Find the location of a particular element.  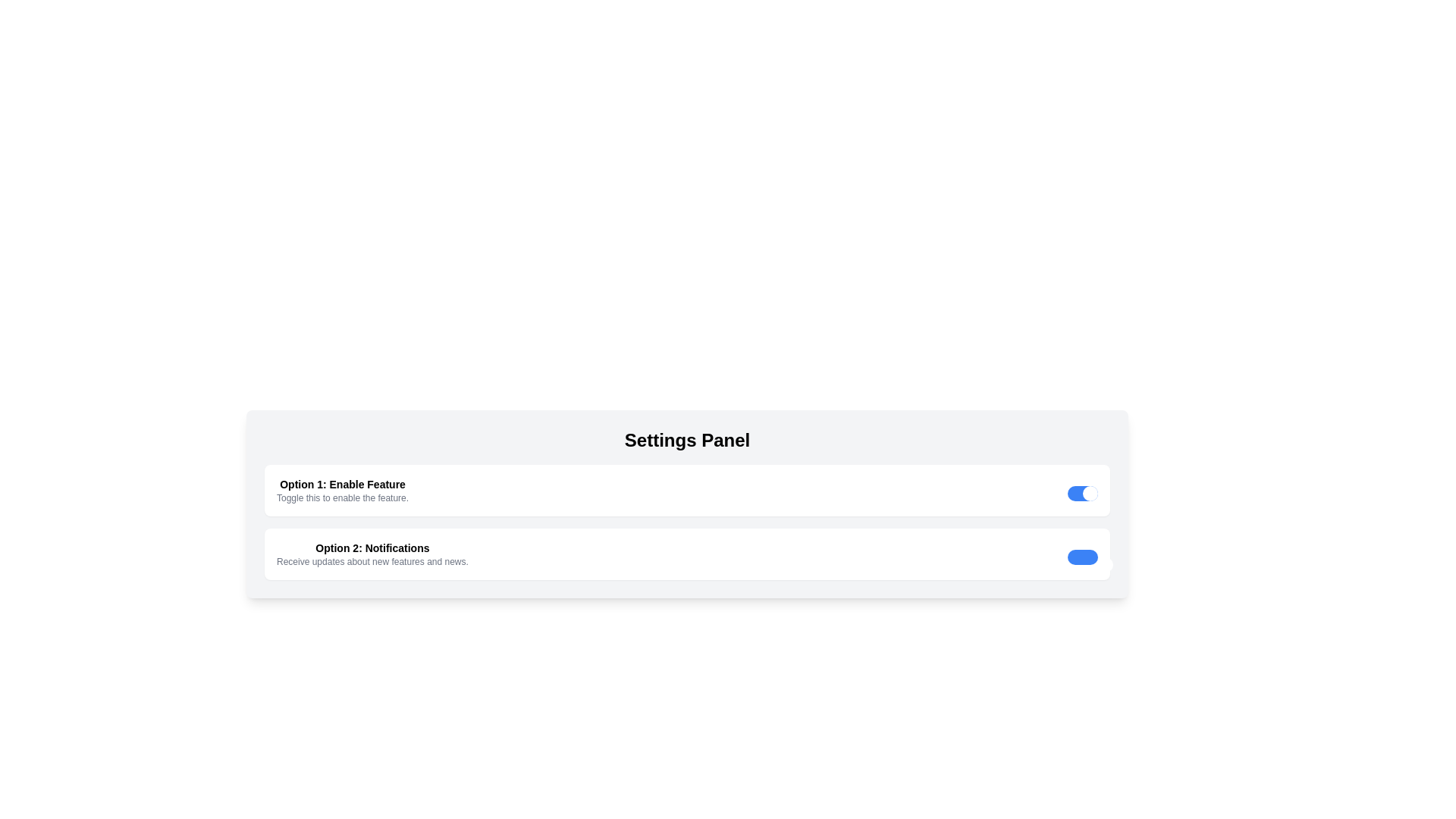

the text label that reads 'Toggle this to enable the feature.' which is located beneath the 'Option 1: Enable Feature' header is located at coordinates (341, 497).